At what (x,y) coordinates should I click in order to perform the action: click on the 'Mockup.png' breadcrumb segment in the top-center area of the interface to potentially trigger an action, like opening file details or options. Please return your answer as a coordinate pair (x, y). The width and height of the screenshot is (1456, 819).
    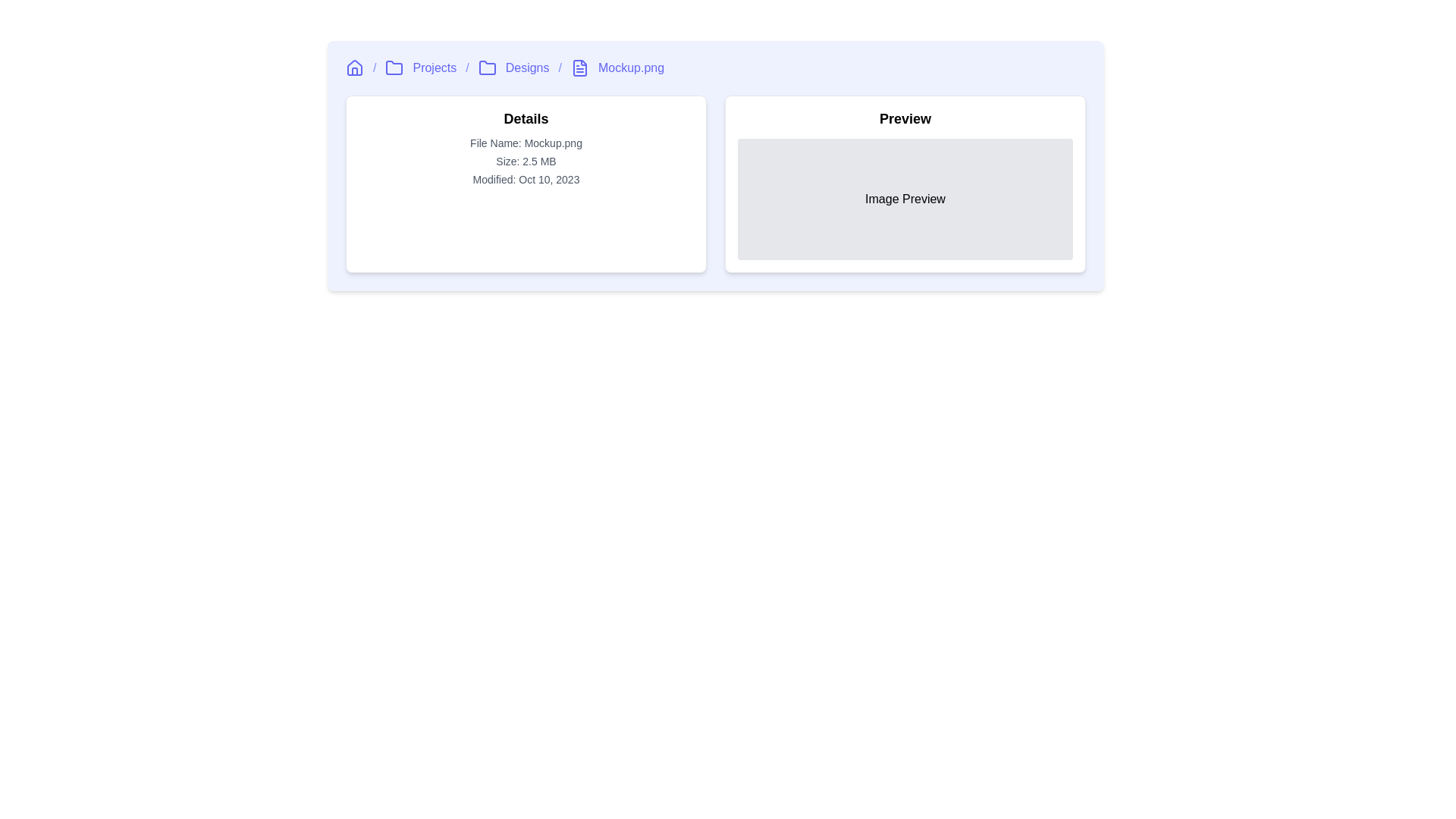
    Looking at the image, I should click on (631, 67).